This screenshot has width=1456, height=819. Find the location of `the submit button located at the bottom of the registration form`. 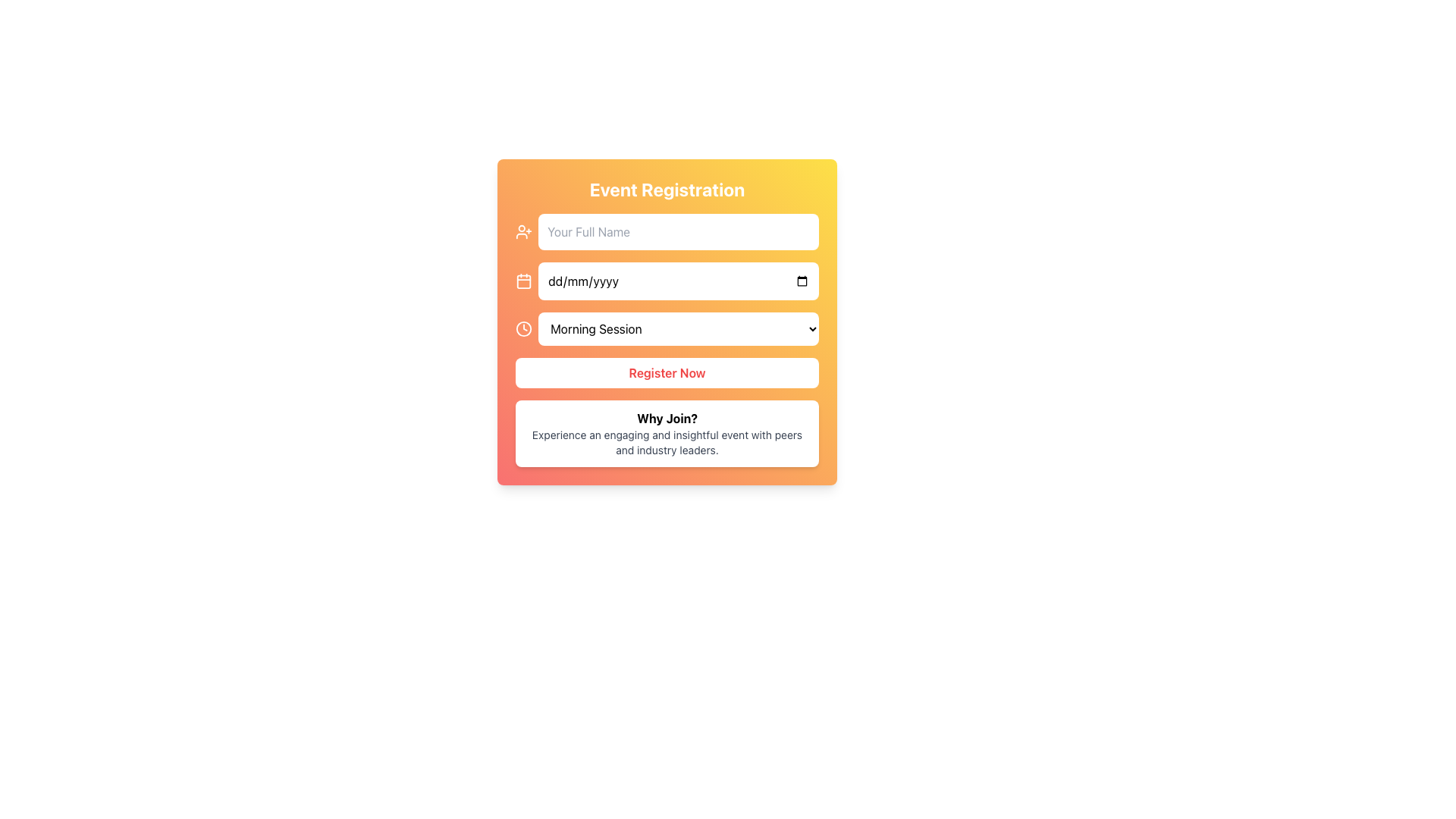

the submit button located at the bottom of the registration form is located at coordinates (667, 373).